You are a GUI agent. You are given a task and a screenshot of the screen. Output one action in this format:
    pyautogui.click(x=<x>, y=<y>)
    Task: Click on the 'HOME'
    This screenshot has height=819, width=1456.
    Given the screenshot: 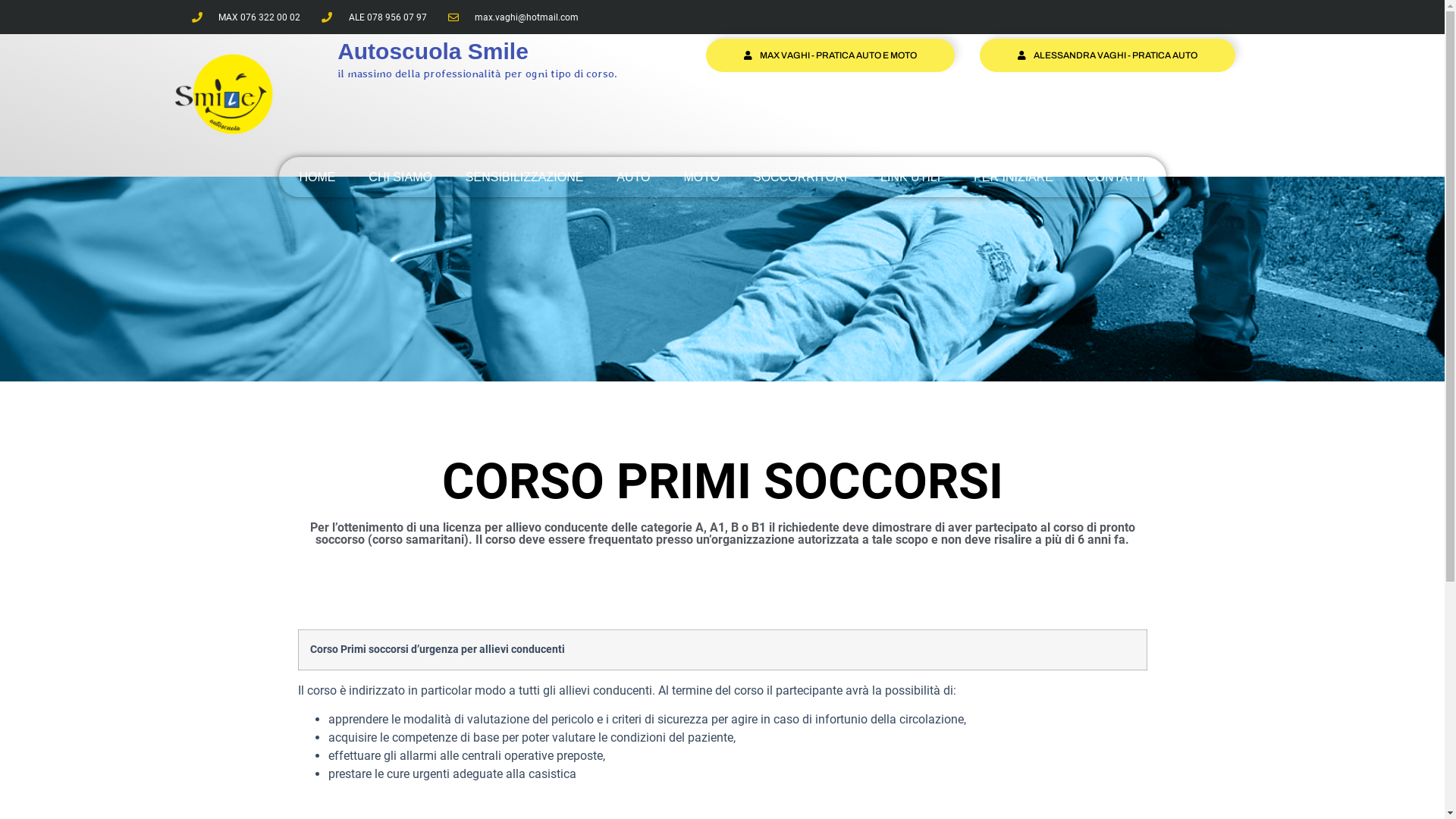 What is the action you would take?
    pyautogui.click(x=315, y=177)
    